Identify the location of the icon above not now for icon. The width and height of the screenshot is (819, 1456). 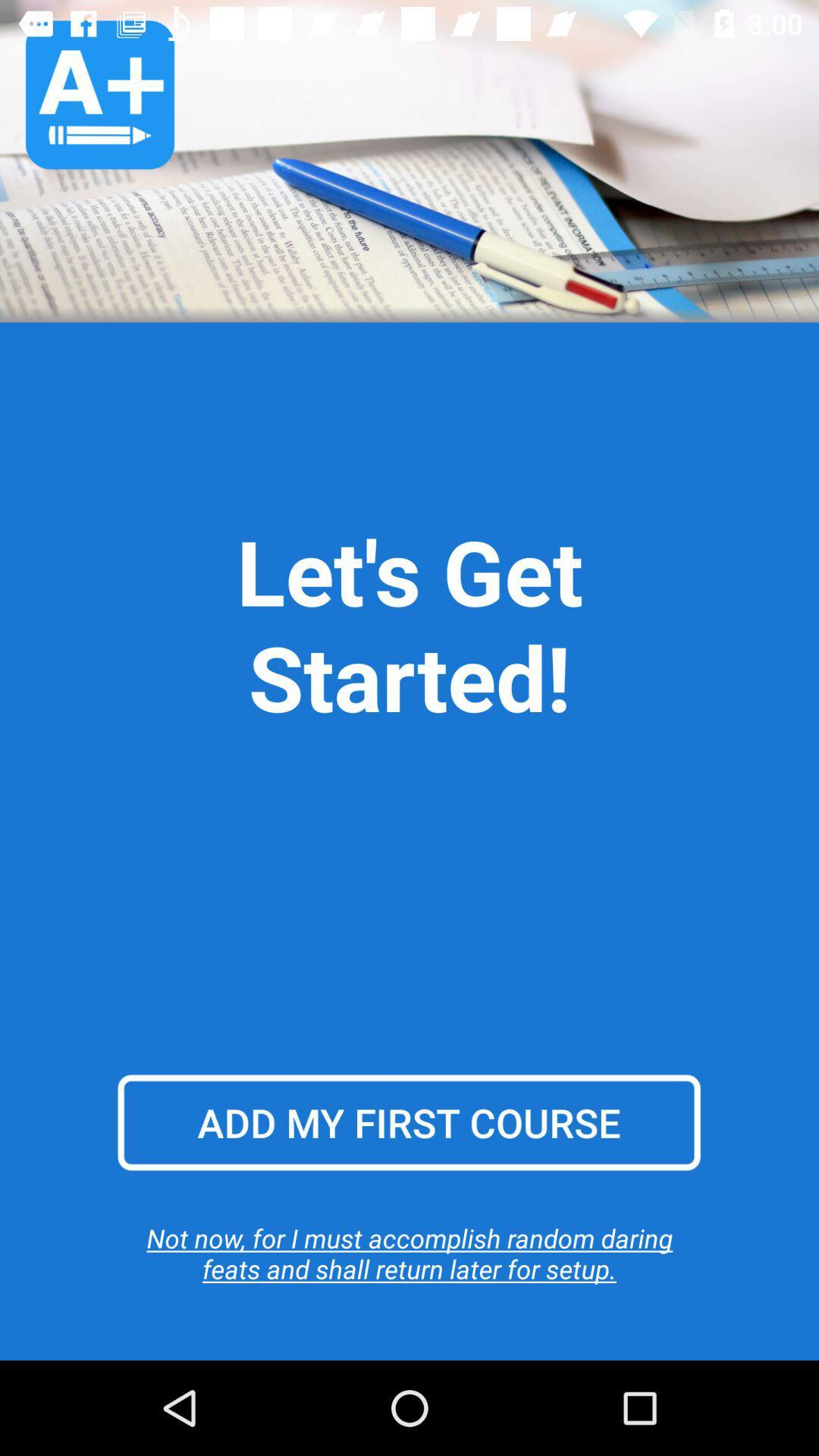
(408, 1122).